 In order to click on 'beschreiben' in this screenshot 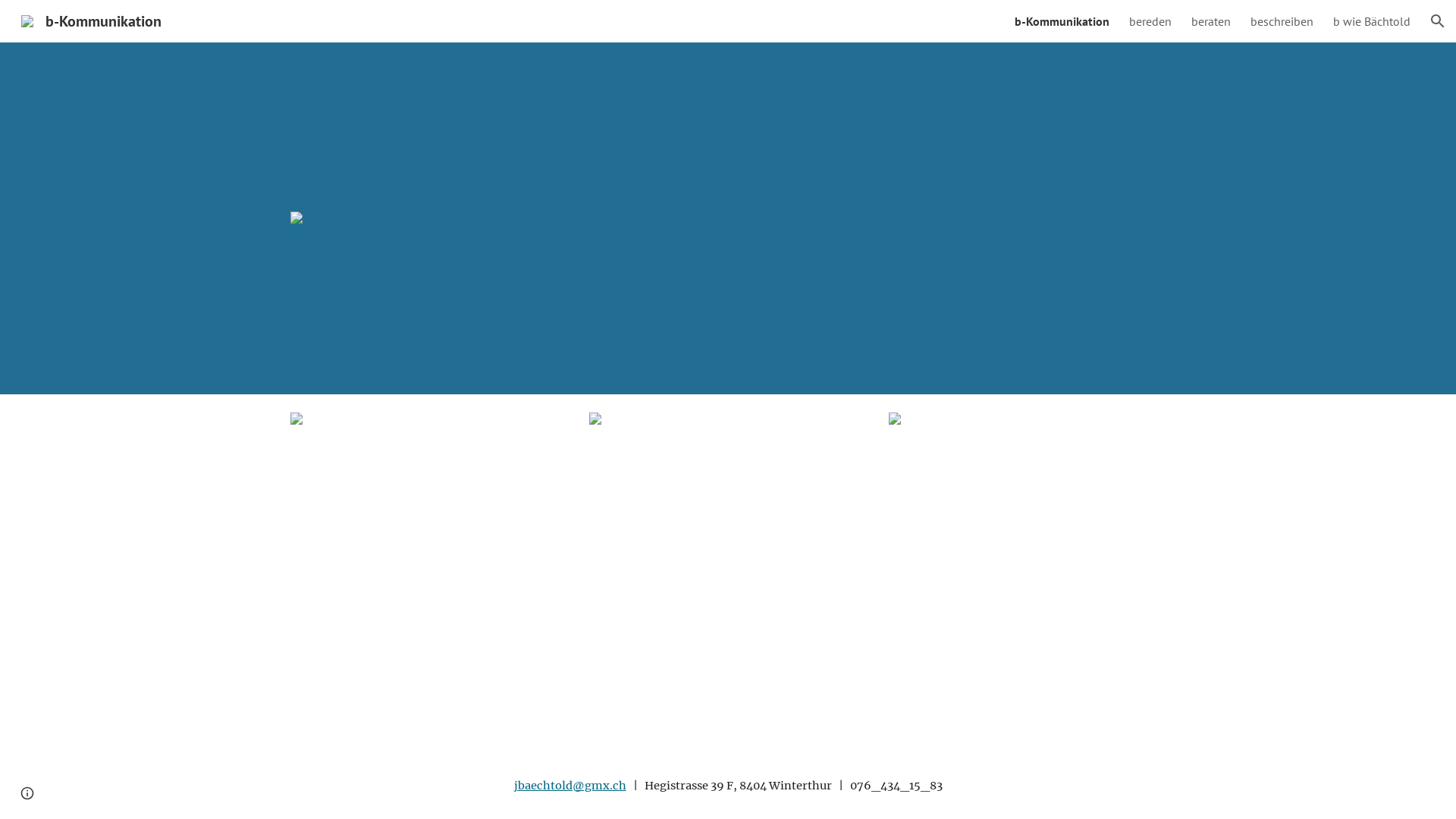, I will do `click(1281, 20)`.